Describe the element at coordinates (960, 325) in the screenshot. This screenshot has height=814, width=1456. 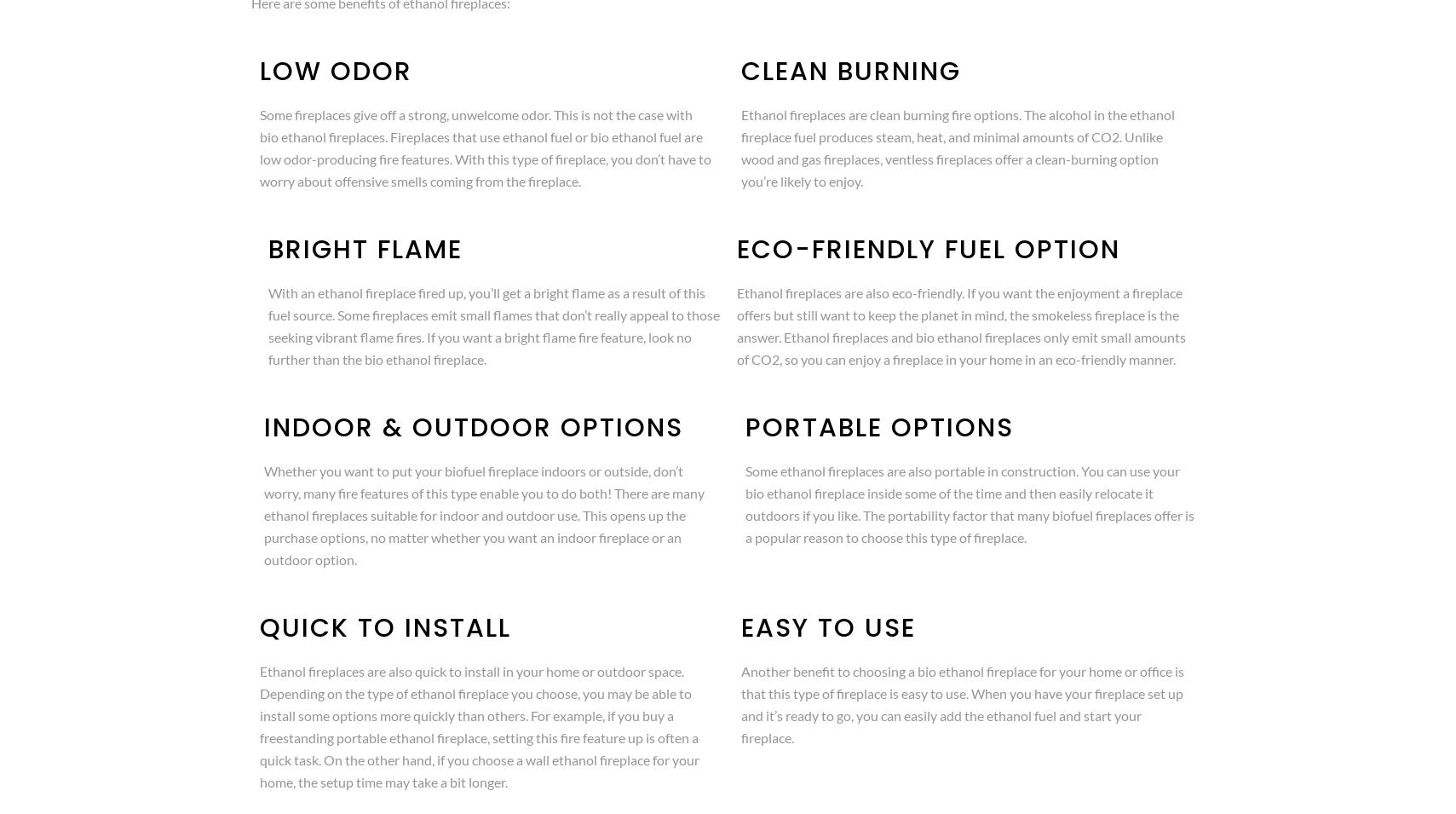
I see `'Ethanol fireplaces are also eco-friendly. If you want the enjoyment a fireplace offers but still want to keep the planet in mind, the smokeless fireplace is the answer. Ethanol fireplaces and bio ethanol fireplaces only emit small amounts of CO2, so you can enjoy a fireplace in your home in an eco-friendly manner.'` at that location.